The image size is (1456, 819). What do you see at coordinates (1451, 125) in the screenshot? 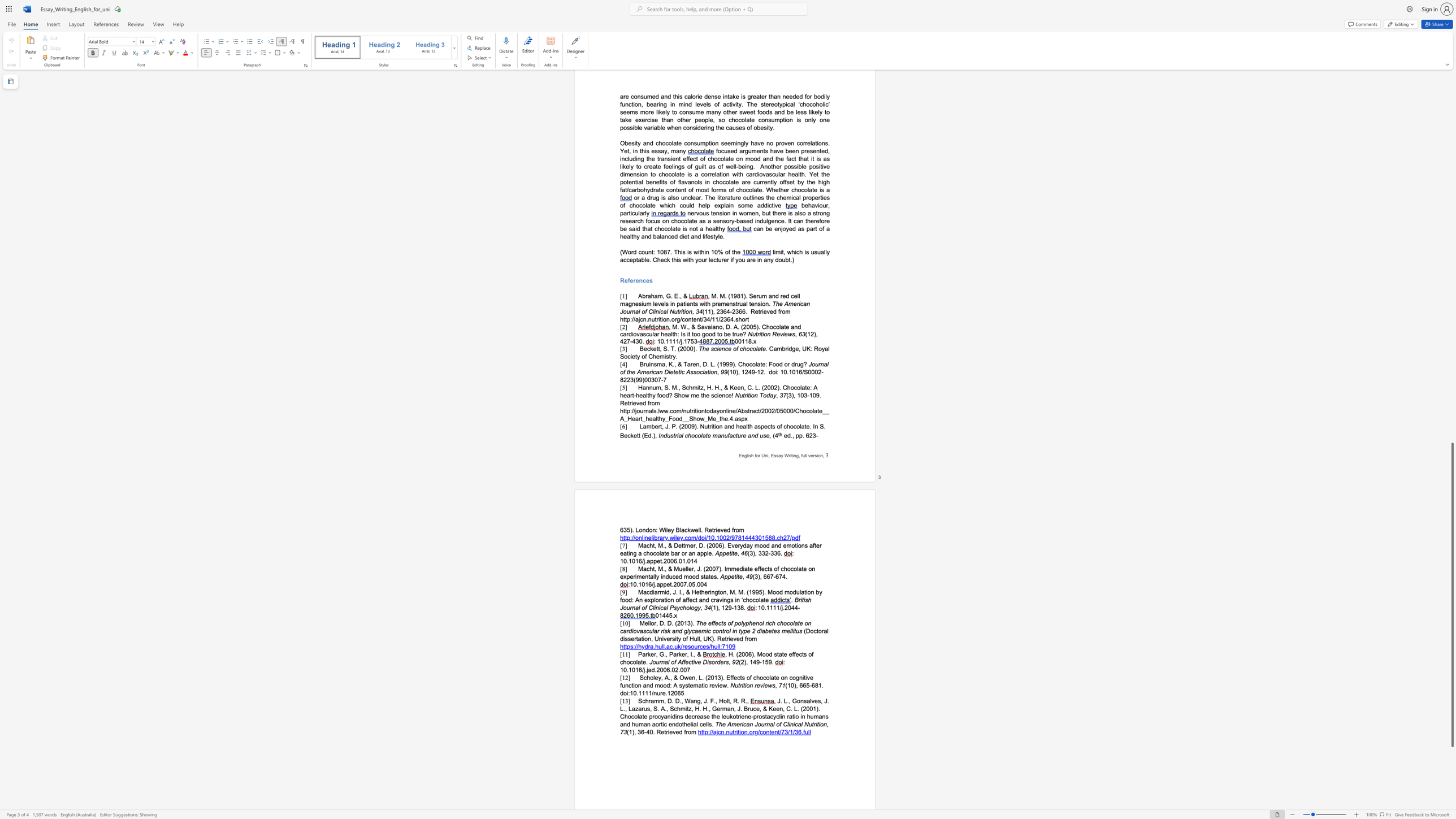
I see `the scrollbar` at bounding box center [1451, 125].